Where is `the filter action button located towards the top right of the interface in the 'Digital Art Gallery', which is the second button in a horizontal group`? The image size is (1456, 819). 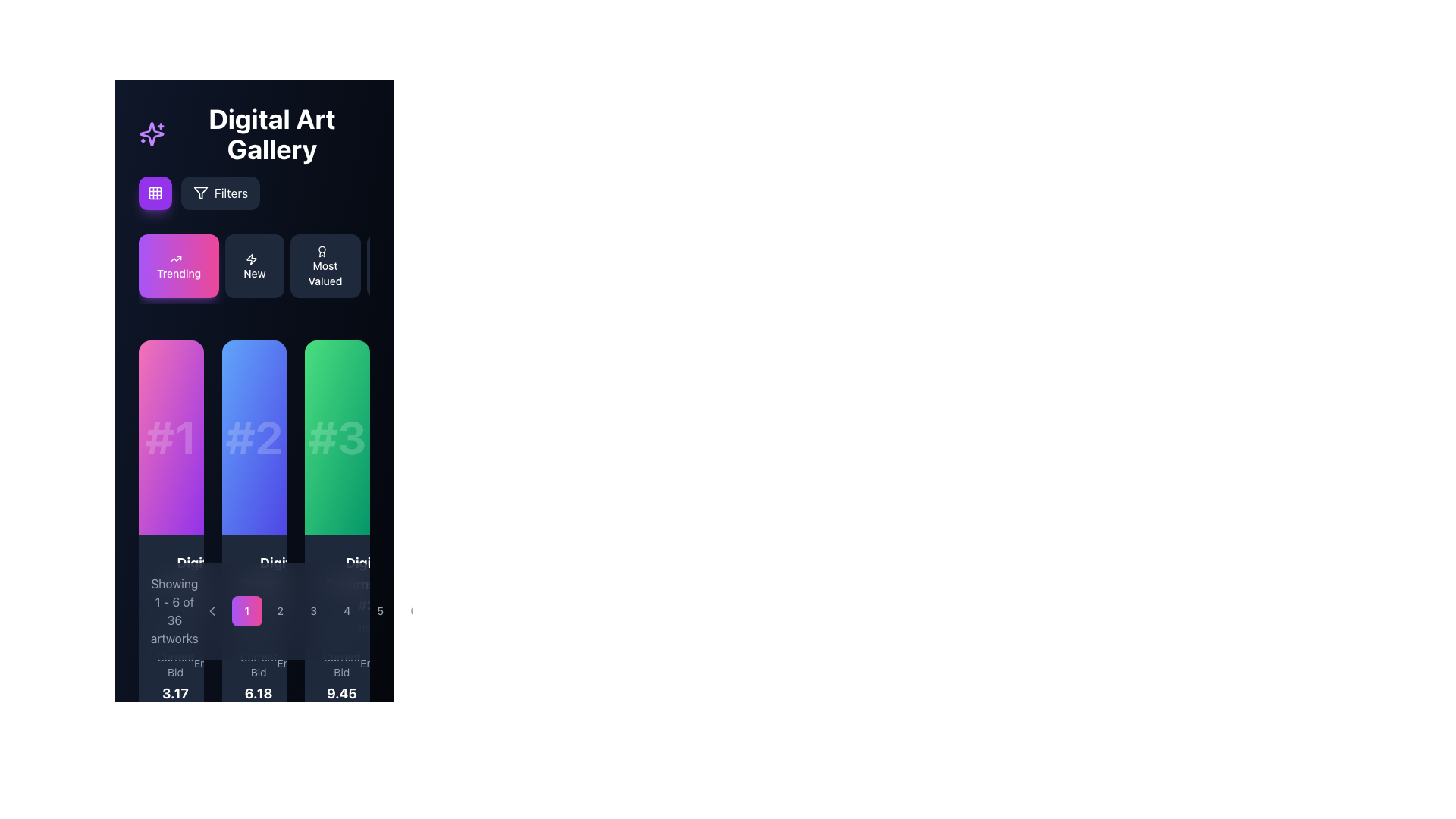
the filter action button located towards the top right of the interface in the 'Digital Art Gallery', which is the second button in a horizontal group is located at coordinates (199, 192).